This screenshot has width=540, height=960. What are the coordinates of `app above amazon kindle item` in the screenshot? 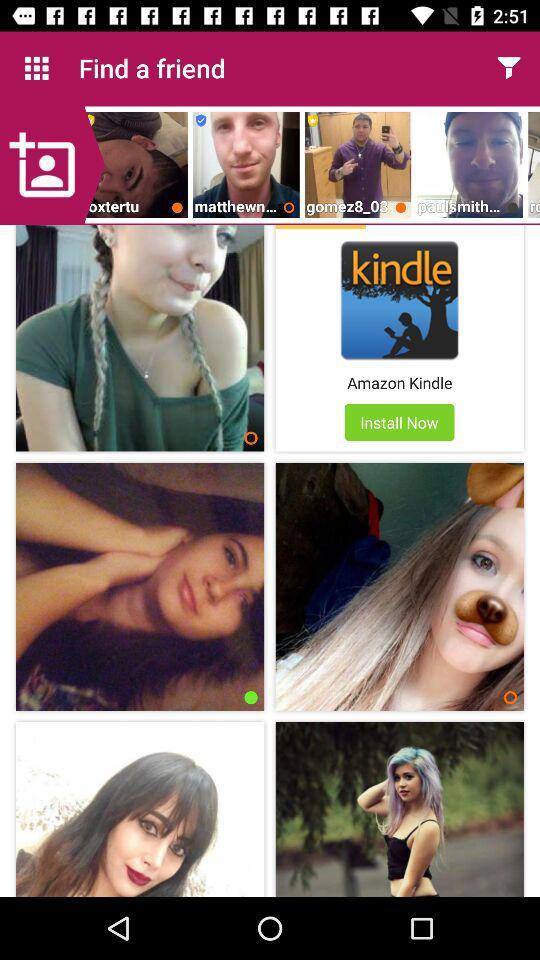 It's located at (399, 299).